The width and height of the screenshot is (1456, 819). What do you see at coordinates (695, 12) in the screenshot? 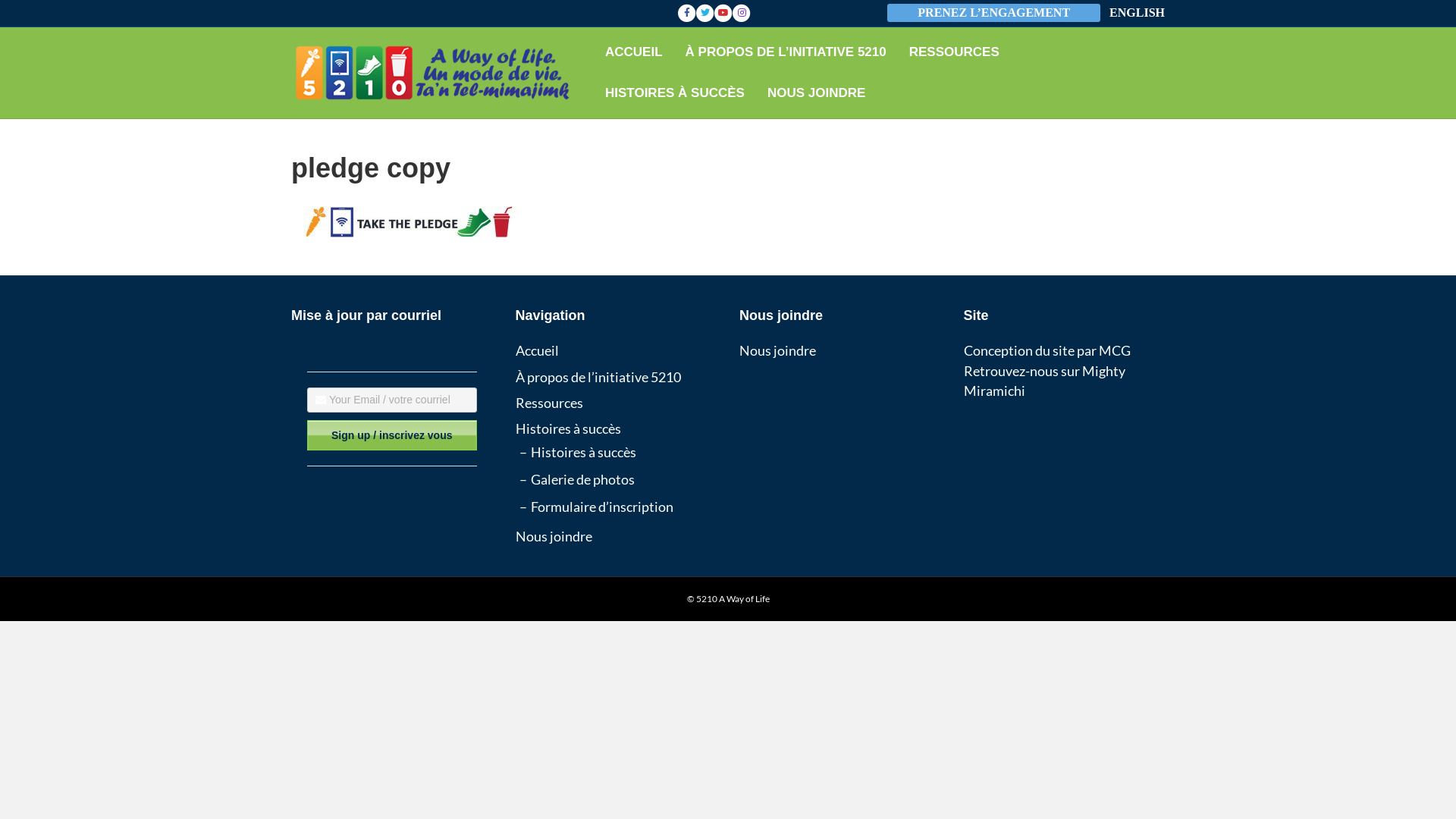
I see `'Twitter'` at bounding box center [695, 12].